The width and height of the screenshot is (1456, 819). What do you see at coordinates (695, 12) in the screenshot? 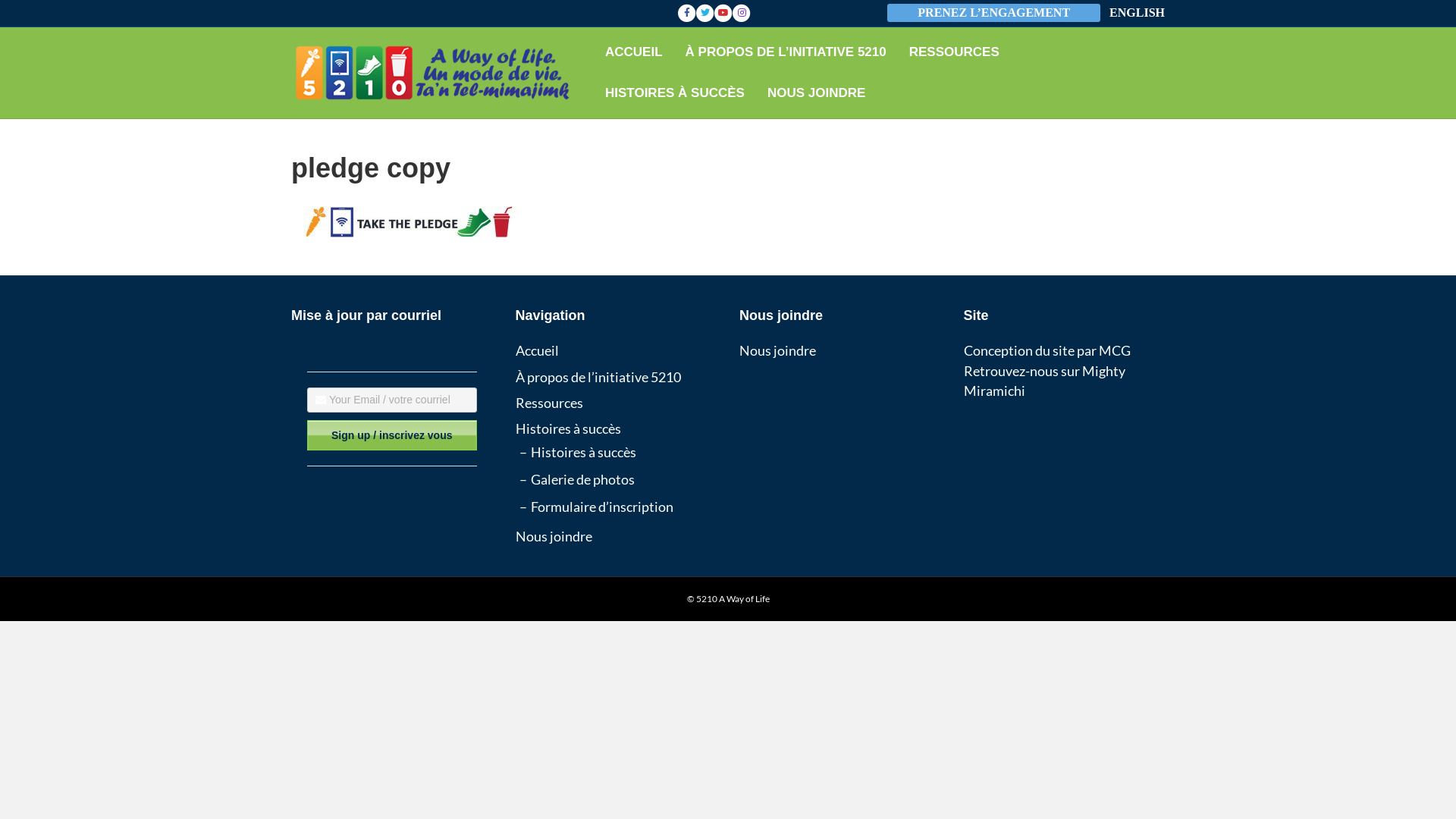
I see `'Twitter'` at bounding box center [695, 12].